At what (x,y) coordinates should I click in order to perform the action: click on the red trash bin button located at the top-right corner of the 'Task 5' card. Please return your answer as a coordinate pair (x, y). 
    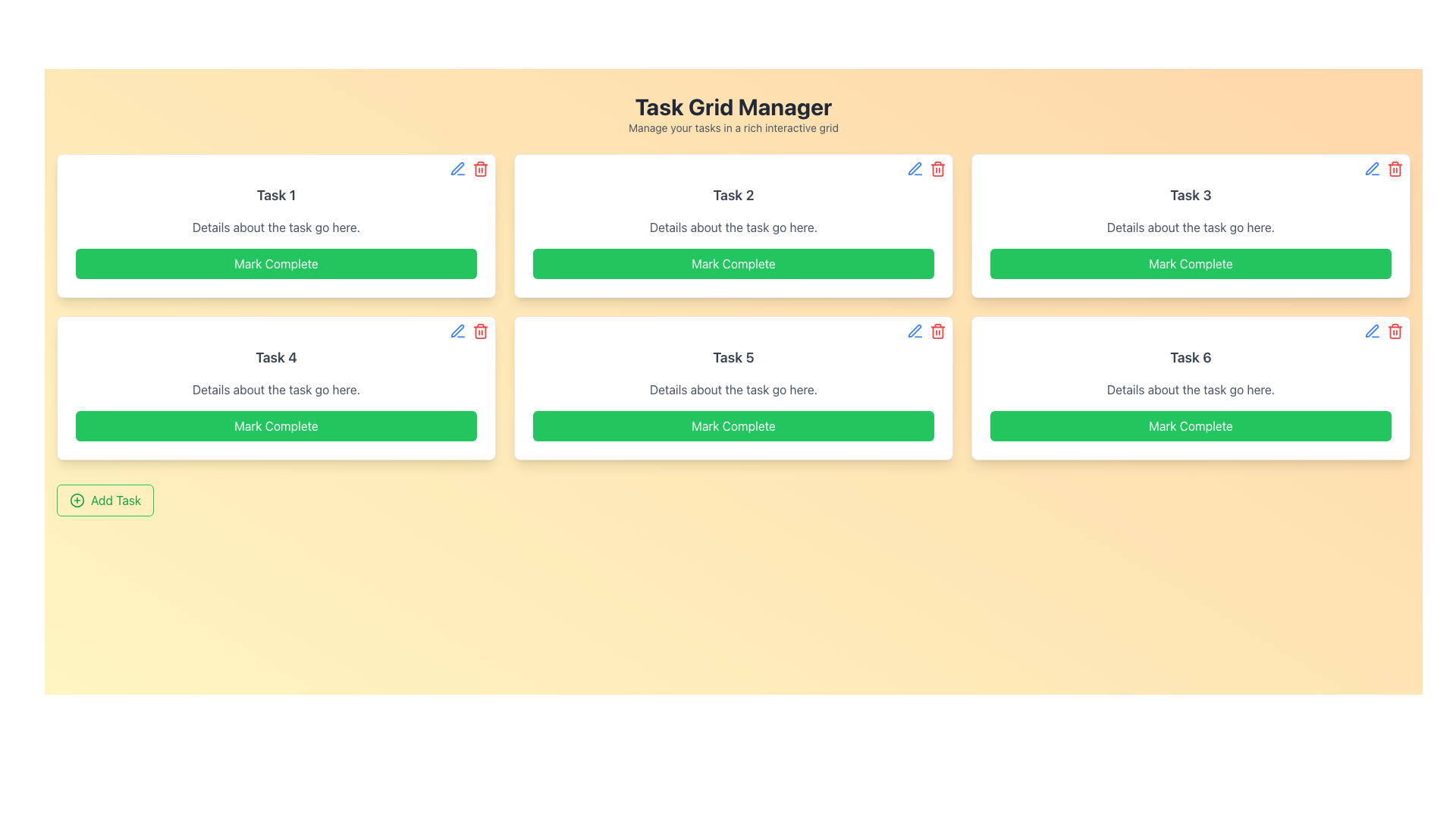
    Looking at the image, I should click on (926, 330).